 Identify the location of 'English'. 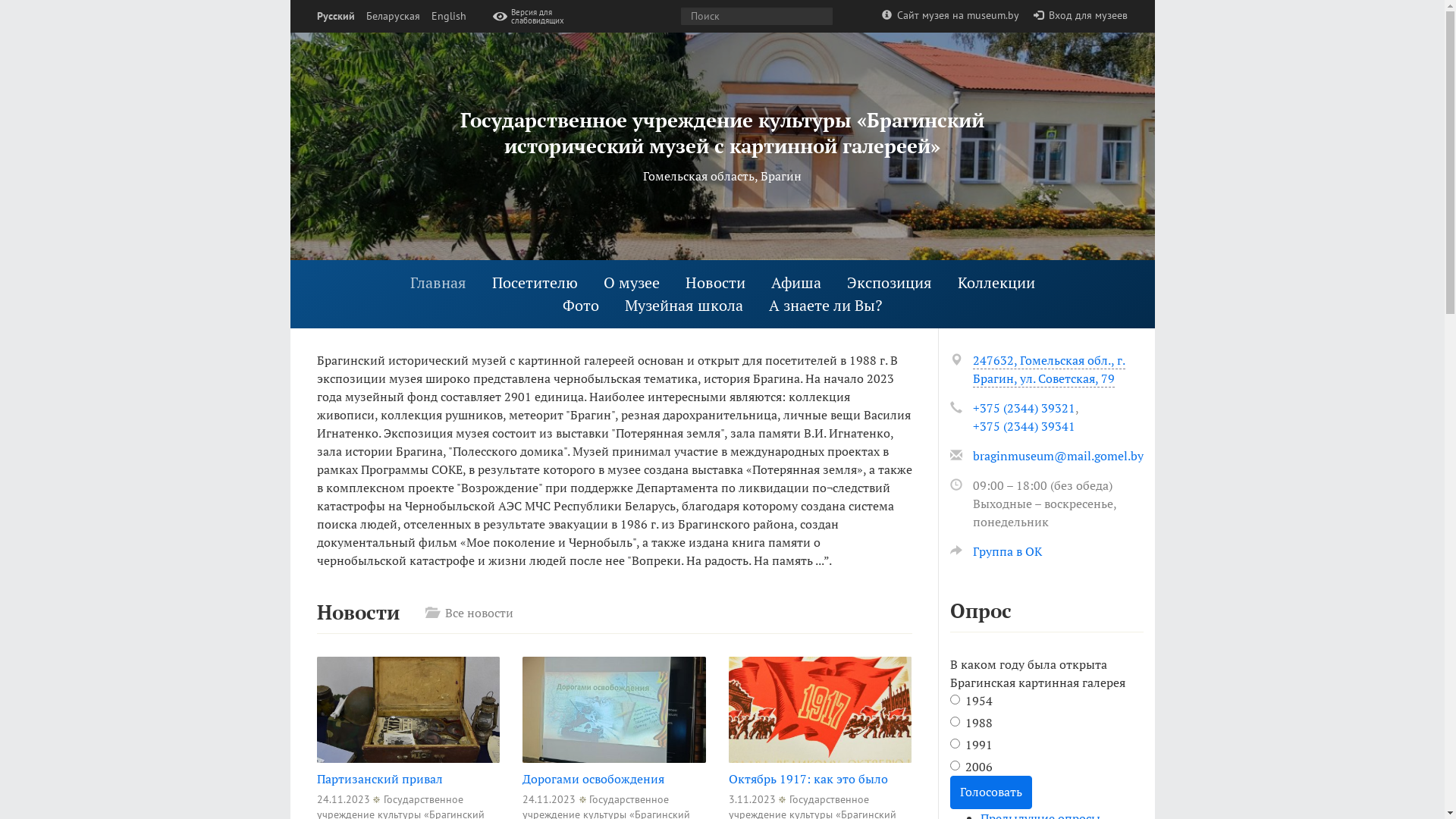
(447, 16).